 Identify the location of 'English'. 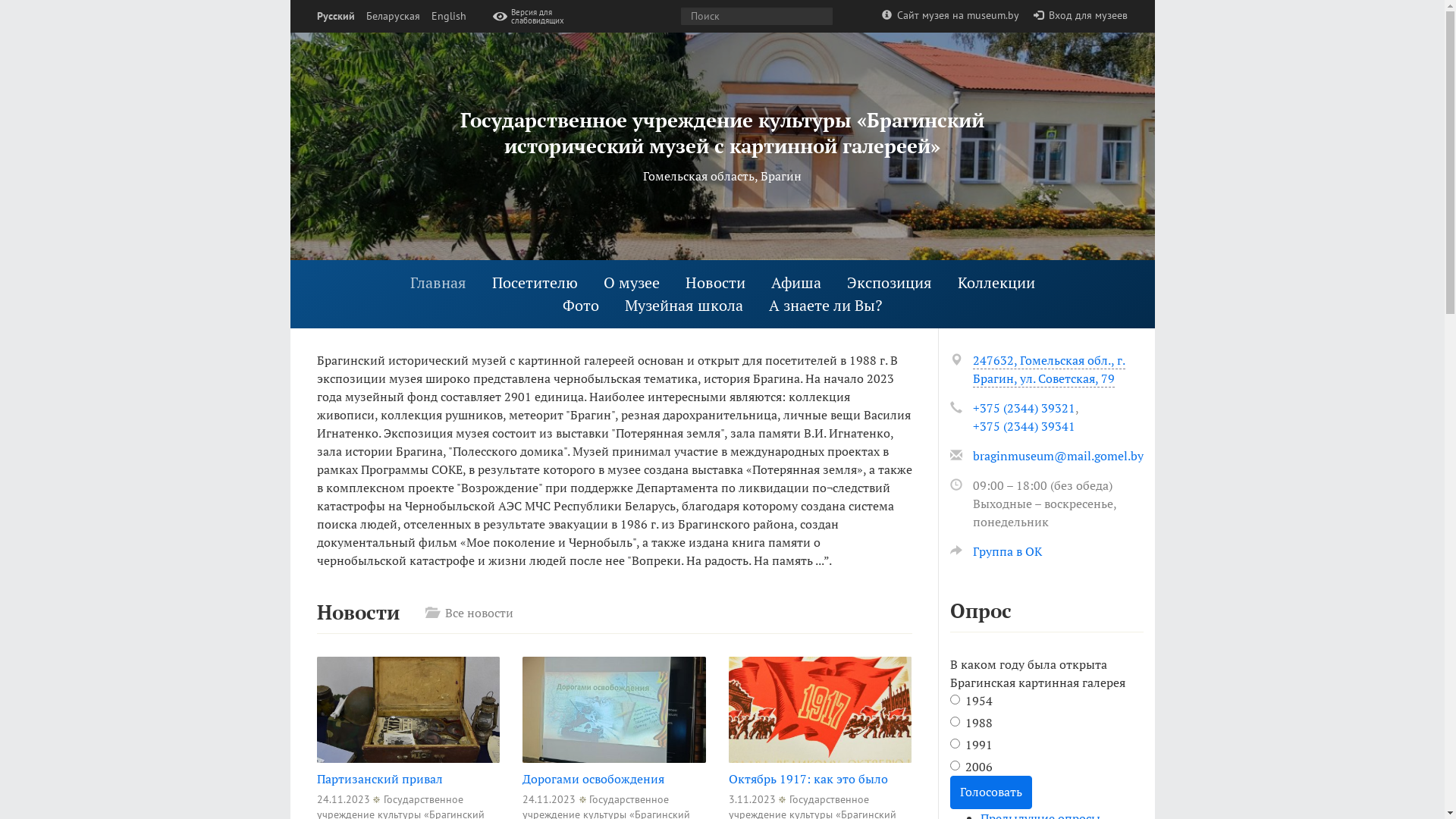
(447, 16).